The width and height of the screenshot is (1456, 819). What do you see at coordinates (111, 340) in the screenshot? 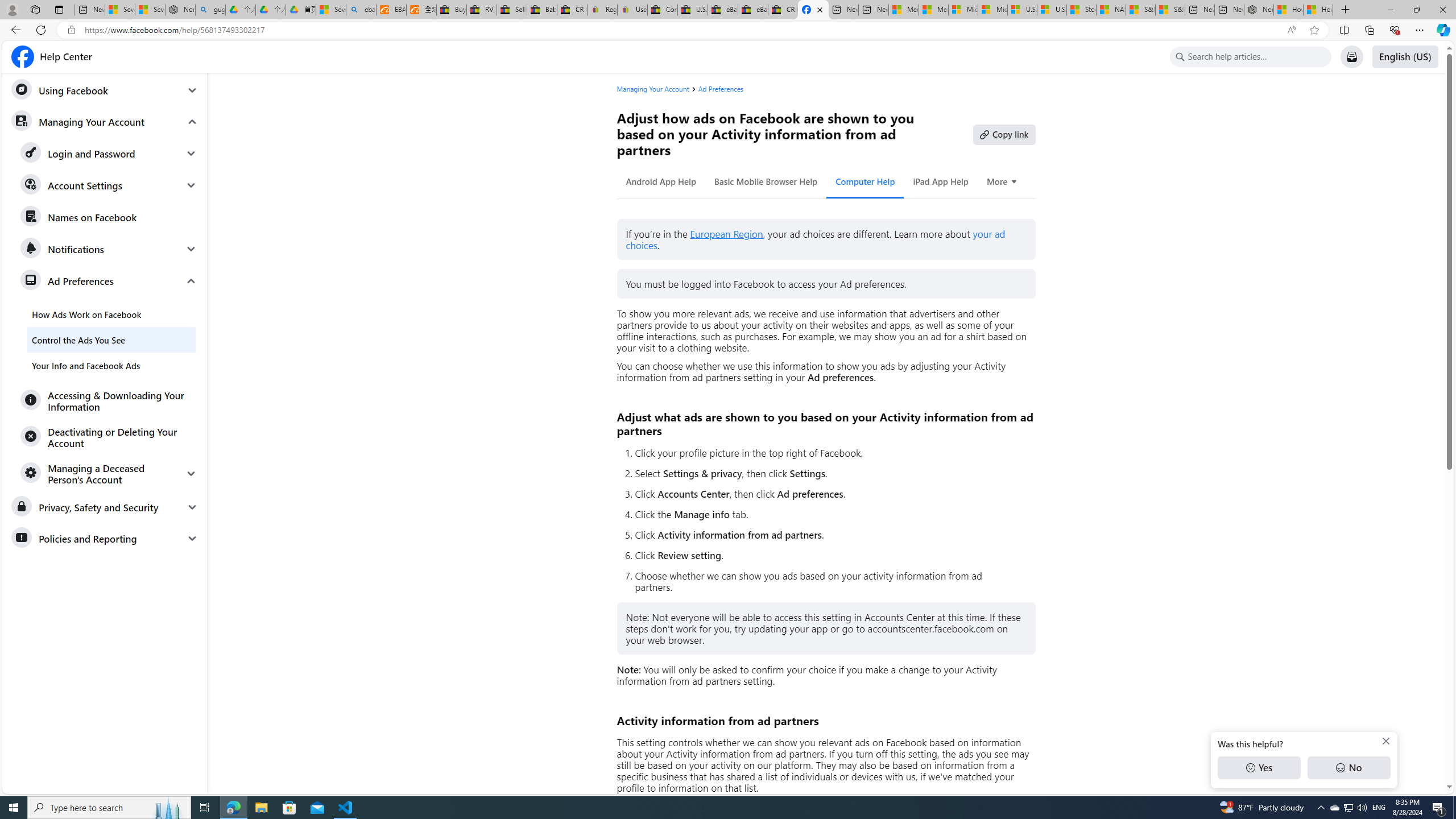
I see `'Control the Ads You See'` at bounding box center [111, 340].